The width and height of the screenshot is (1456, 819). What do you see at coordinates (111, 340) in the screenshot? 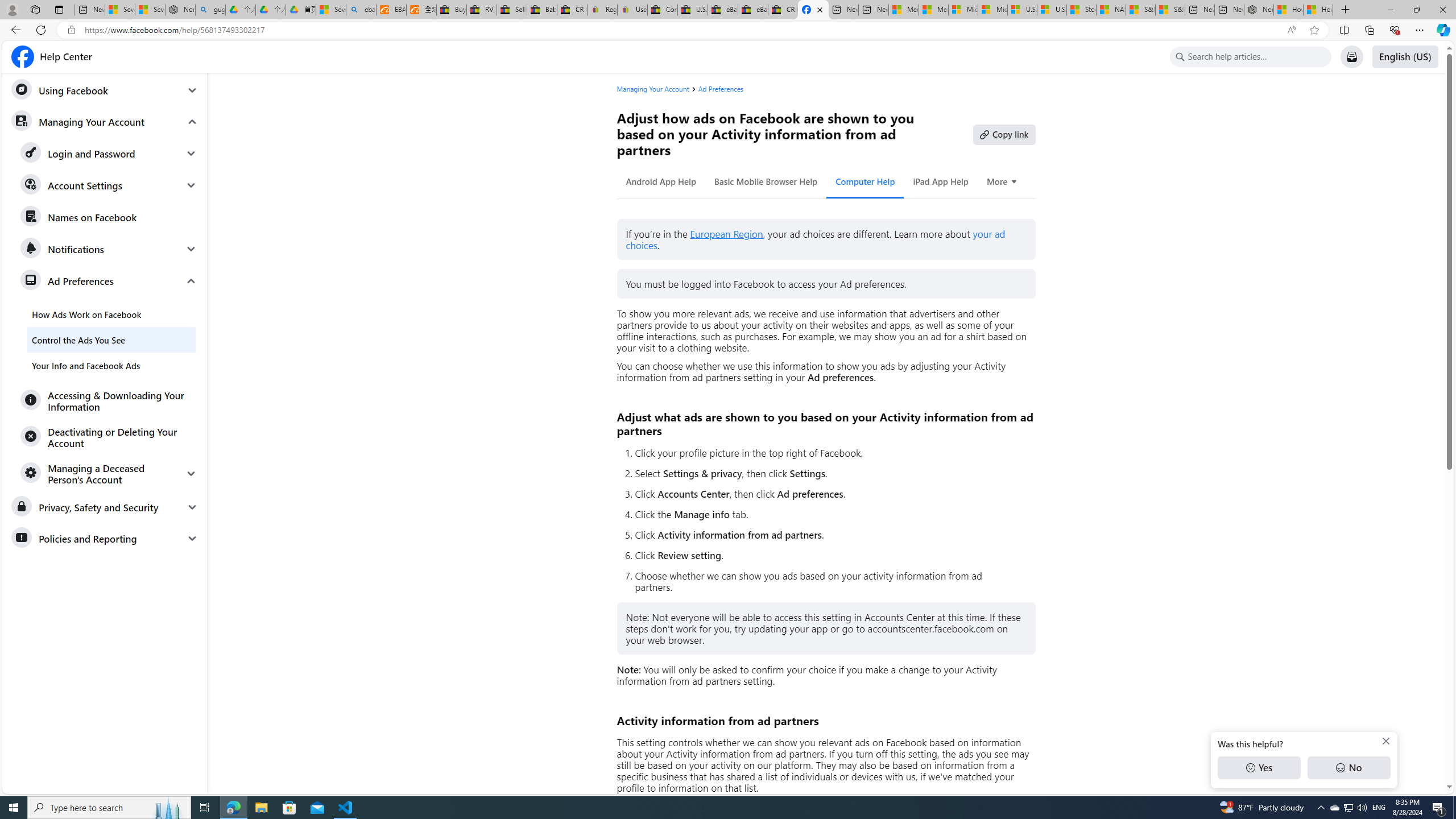
I see `'Control the Ads You See'` at bounding box center [111, 340].